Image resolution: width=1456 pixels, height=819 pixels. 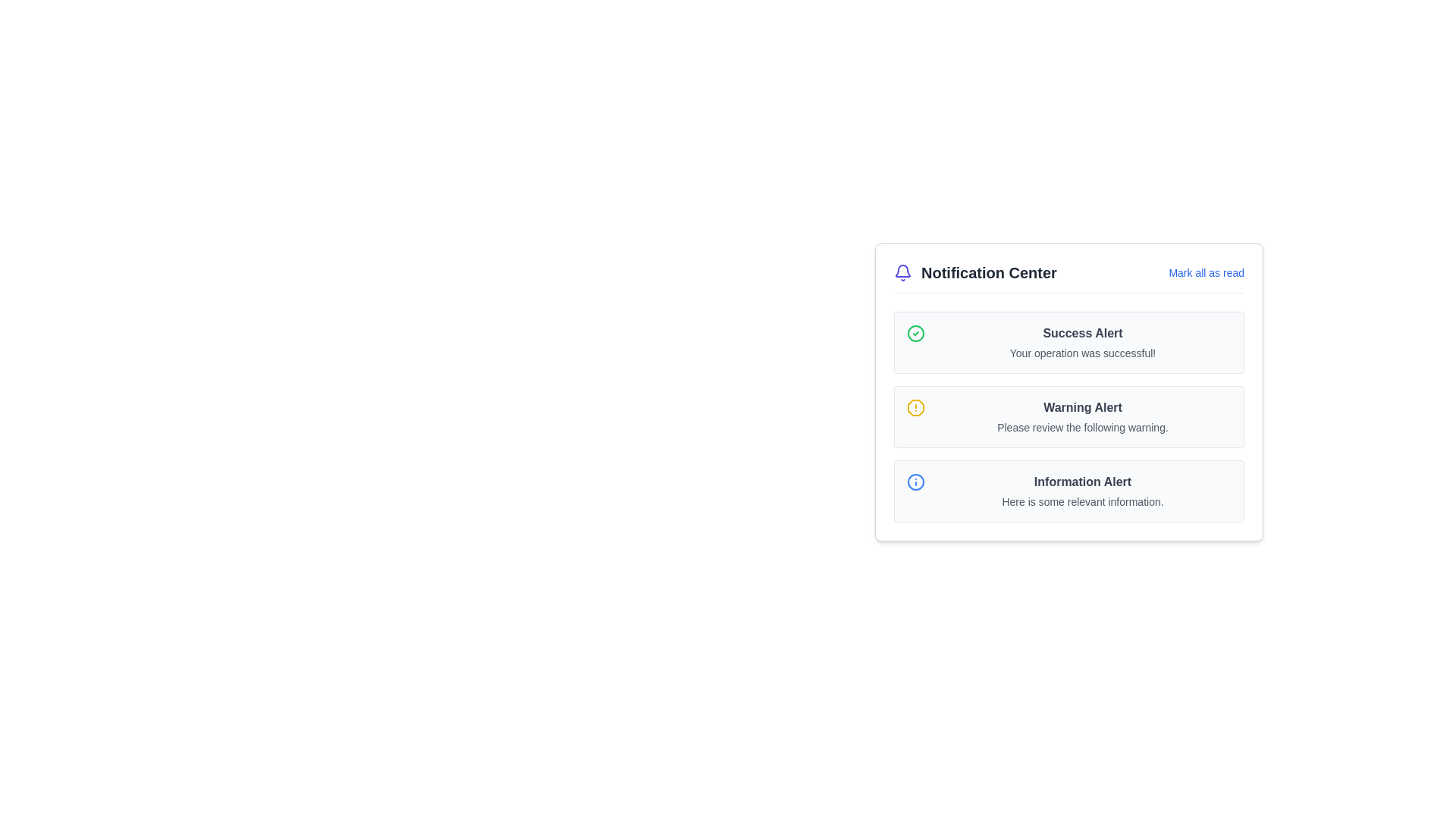 I want to click on keyboard navigation, so click(x=1206, y=271).